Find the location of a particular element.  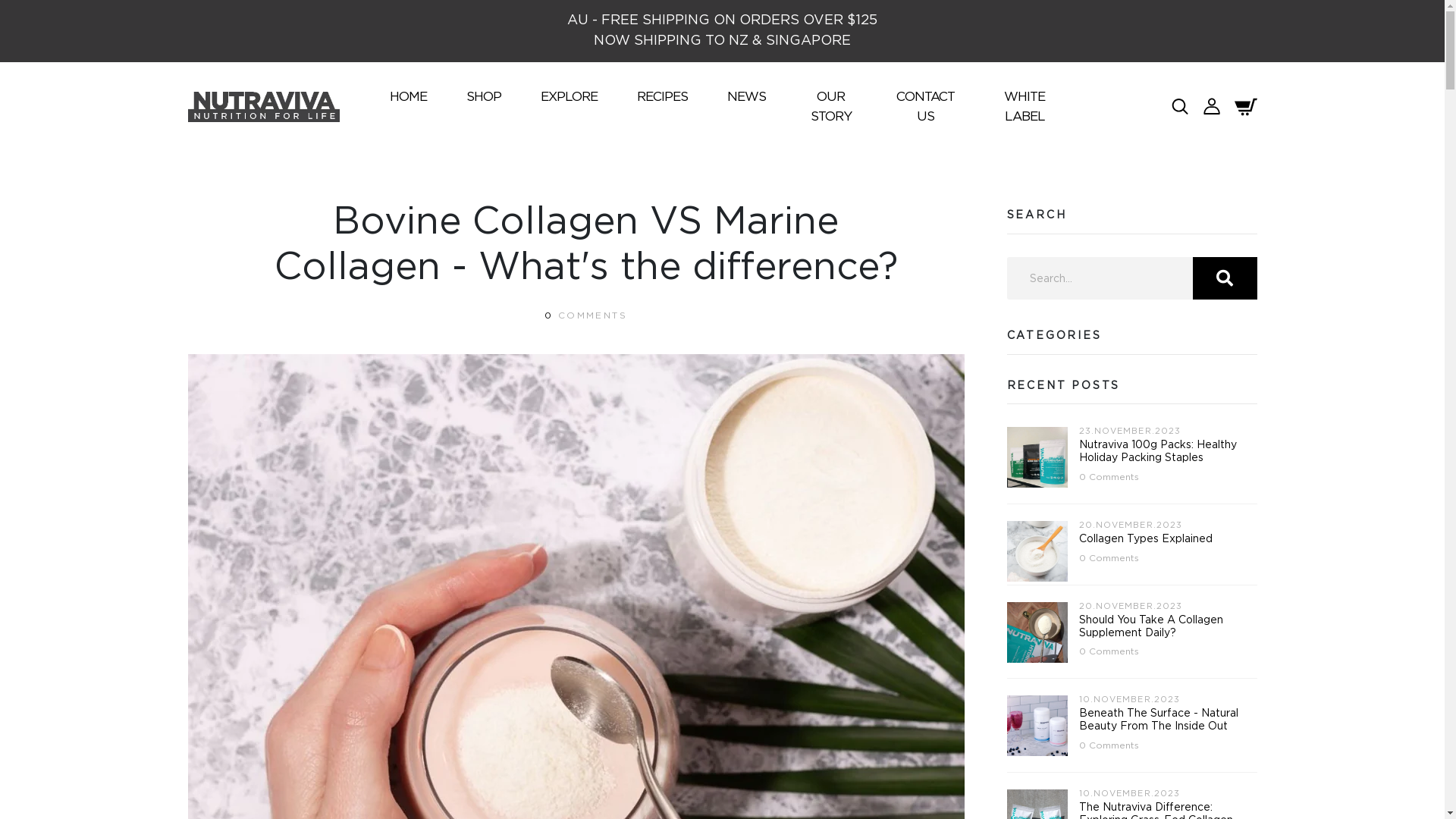

'Beneath The Surface - Natural Beauty From The Inside Out' is located at coordinates (1156, 719).